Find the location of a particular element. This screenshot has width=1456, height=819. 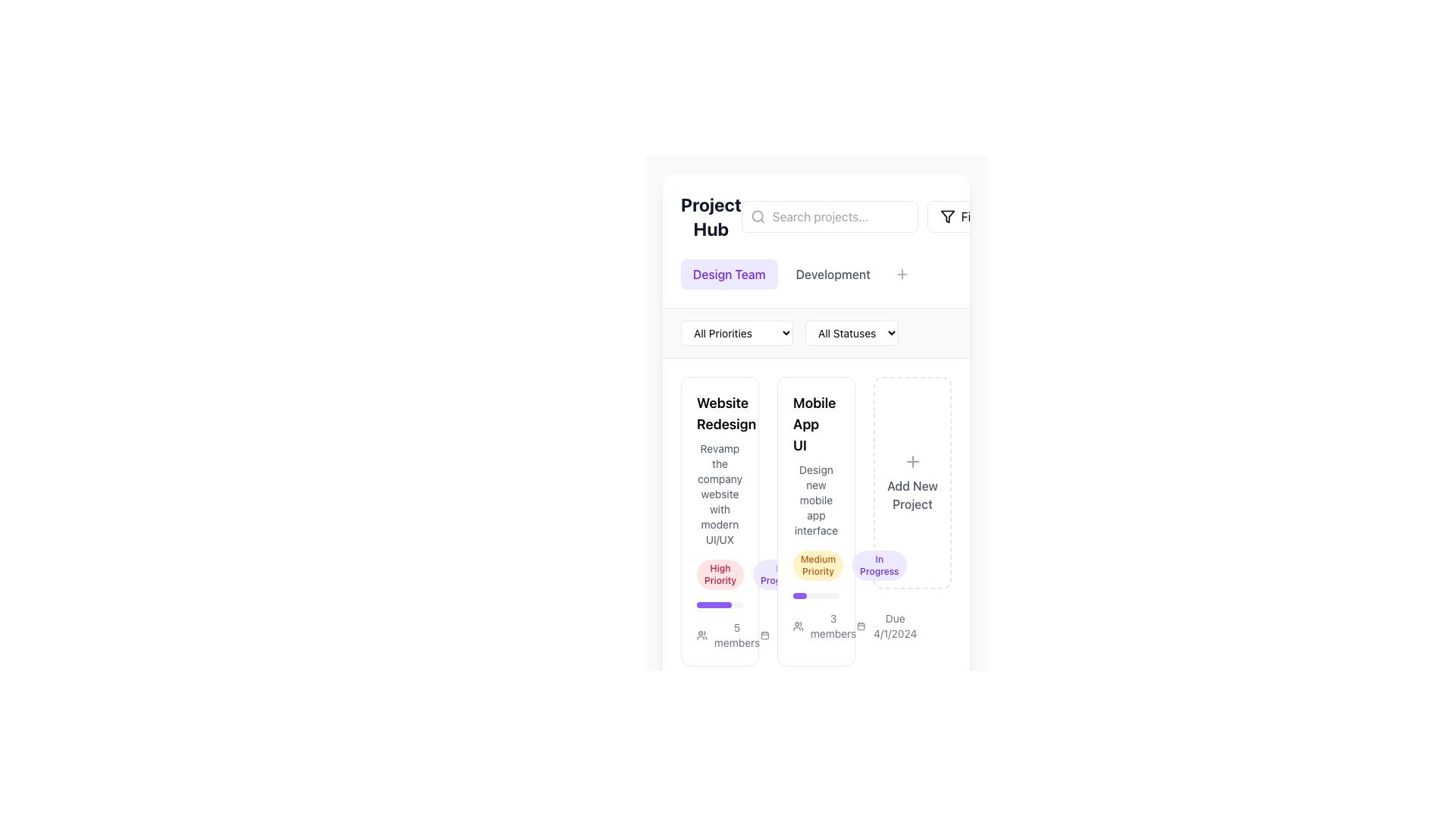

the 'All Statuses' dropdown menu button, which is a rectangular button with rounded corners and a dropdown arrow is located at coordinates (852, 332).